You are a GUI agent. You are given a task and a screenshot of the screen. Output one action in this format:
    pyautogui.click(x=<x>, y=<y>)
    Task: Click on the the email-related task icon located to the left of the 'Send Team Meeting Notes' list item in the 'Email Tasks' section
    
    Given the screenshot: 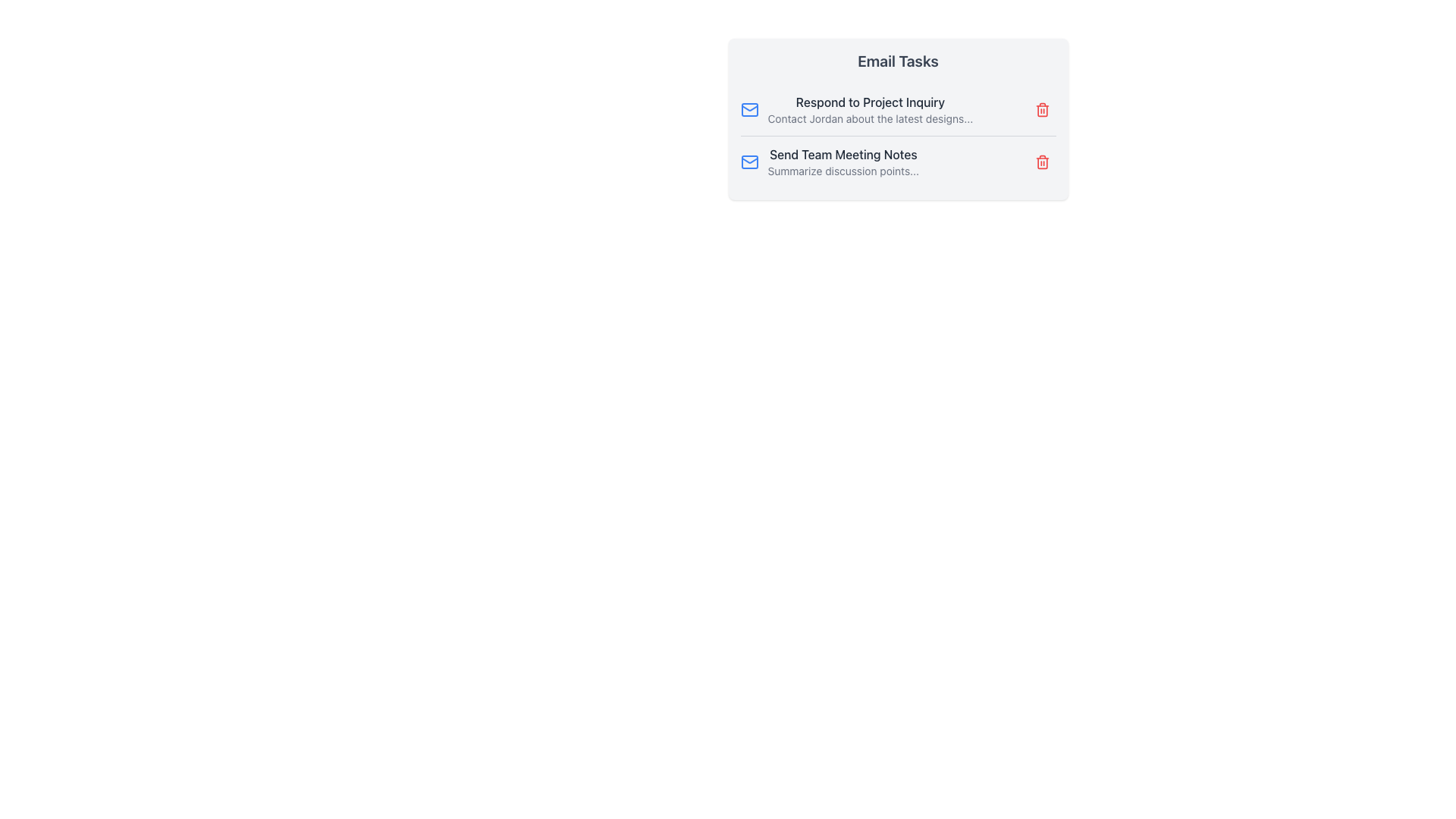 What is the action you would take?
    pyautogui.click(x=749, y=162)
    